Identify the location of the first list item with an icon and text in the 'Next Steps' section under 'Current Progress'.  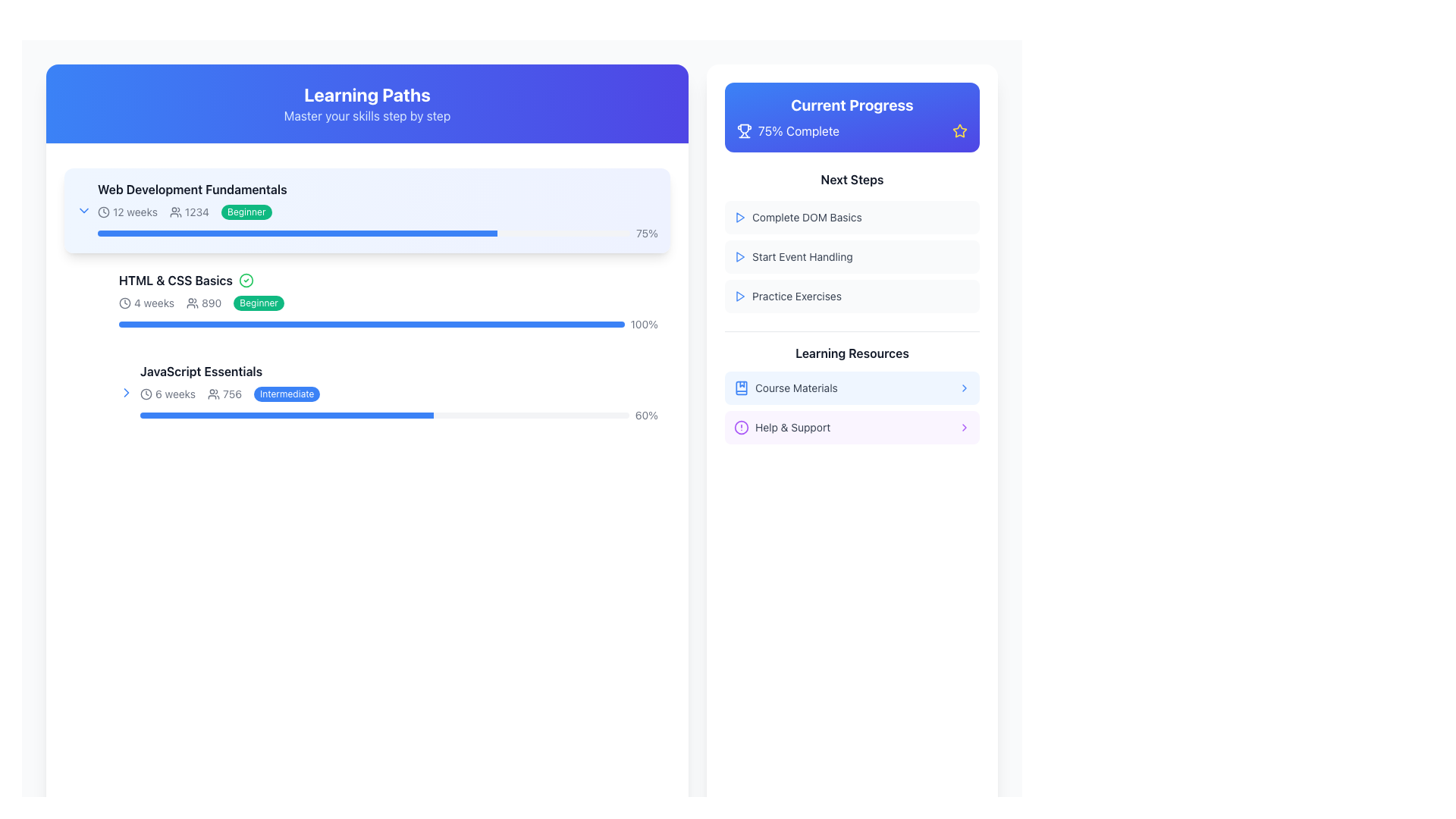
(852, 217).